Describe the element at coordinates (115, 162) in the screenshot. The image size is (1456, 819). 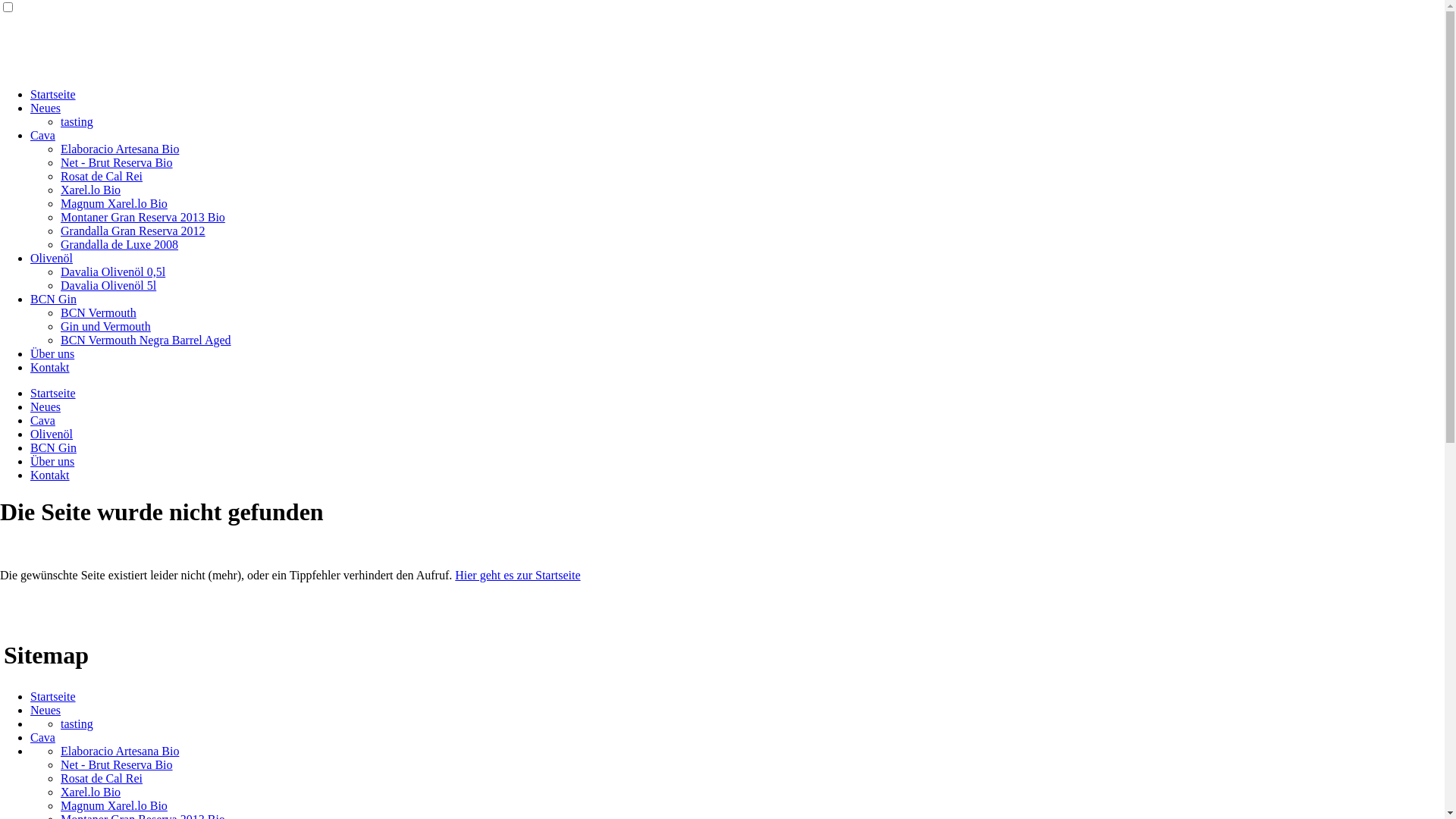
I see `'Net - Brut Reserva Bio'` at that location.